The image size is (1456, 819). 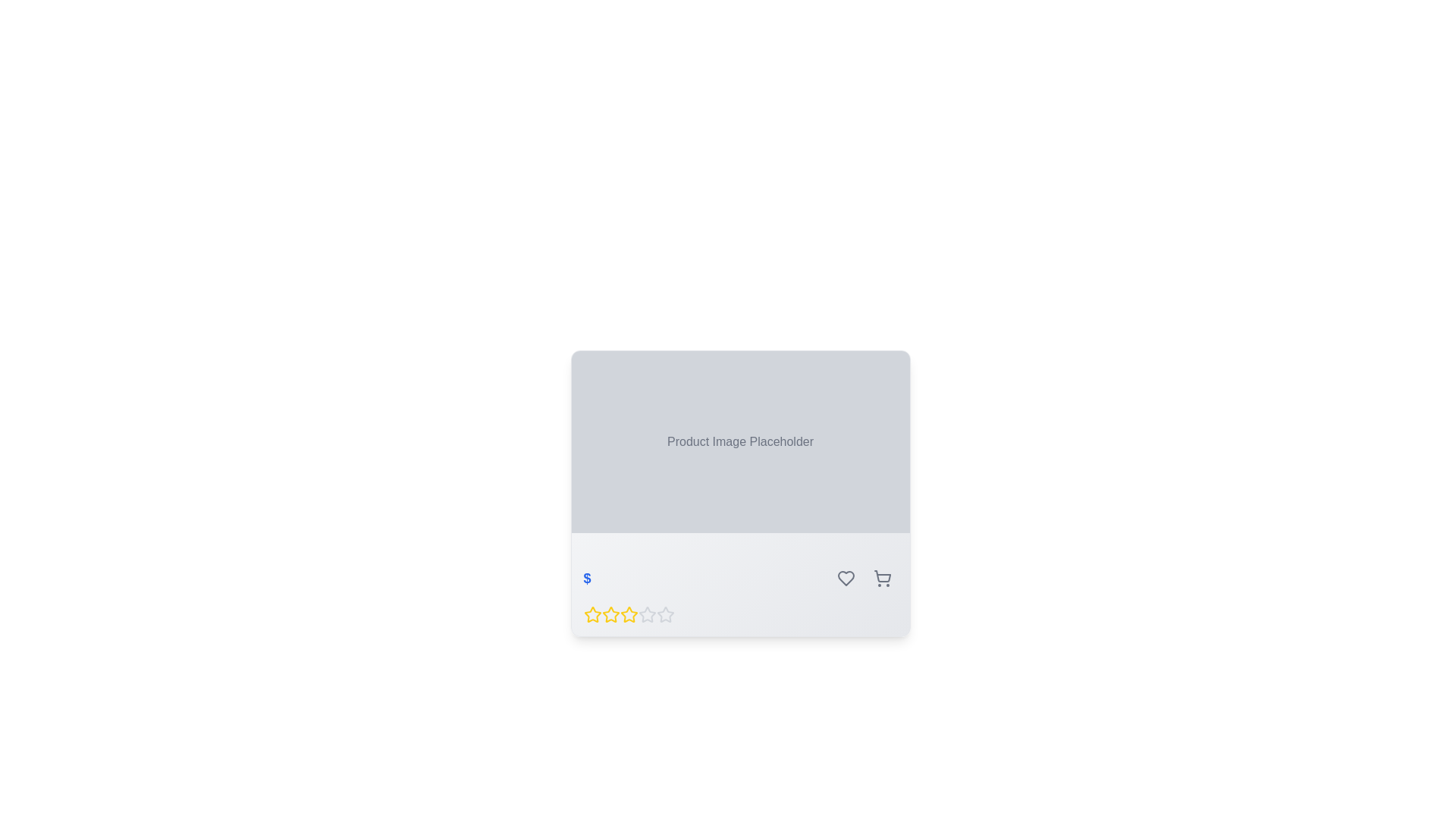 I want to click on the shopping cart icon located at the bottom-right section of the card component, so click(x=882, y=576).